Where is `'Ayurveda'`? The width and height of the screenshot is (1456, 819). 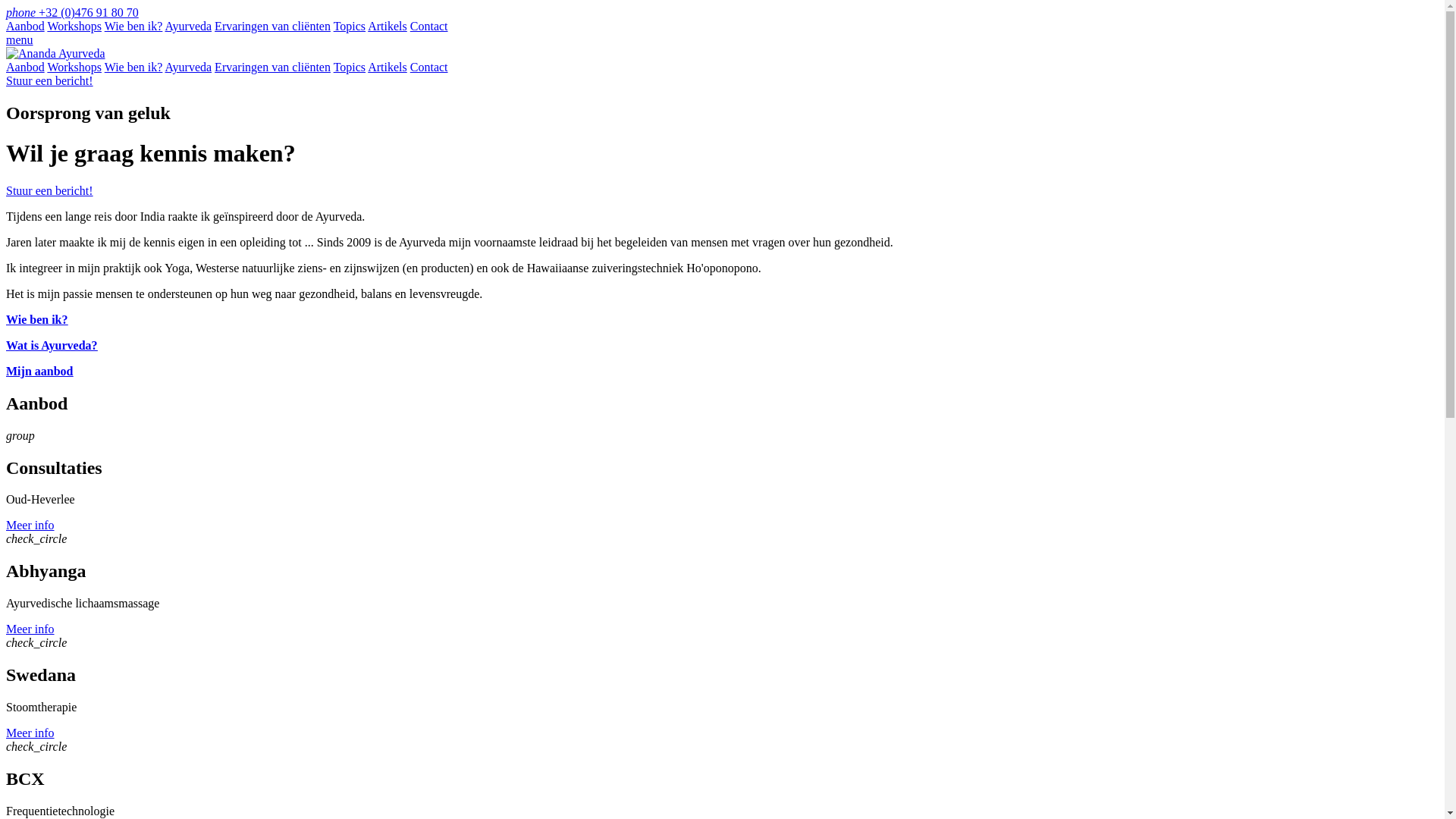 'Ayurveda' is located at coordinates (187, 26).